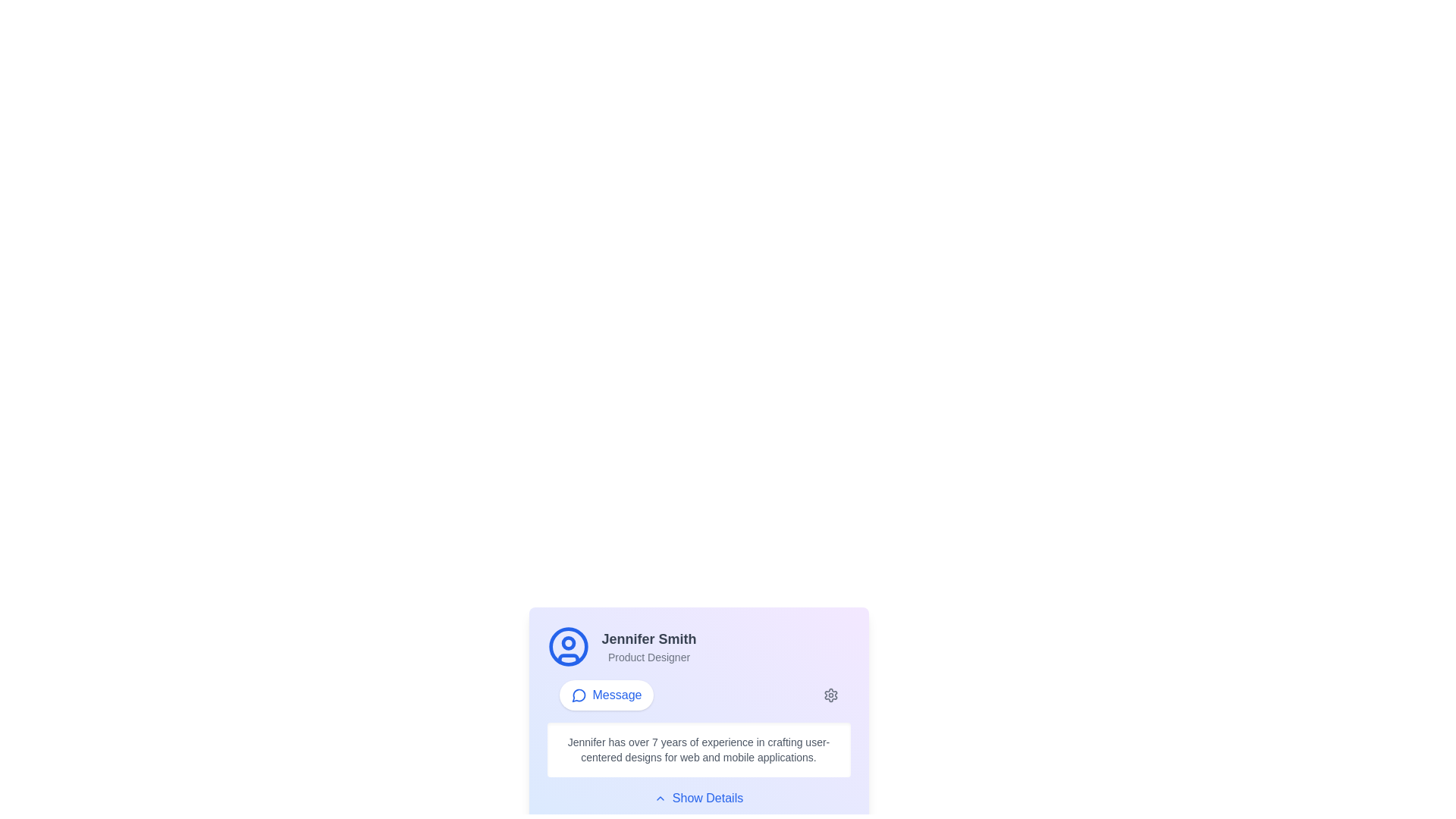  I want to click on the second circle element that represents the user's head in the profile icon within the SVG graphics, so click(567, 643).